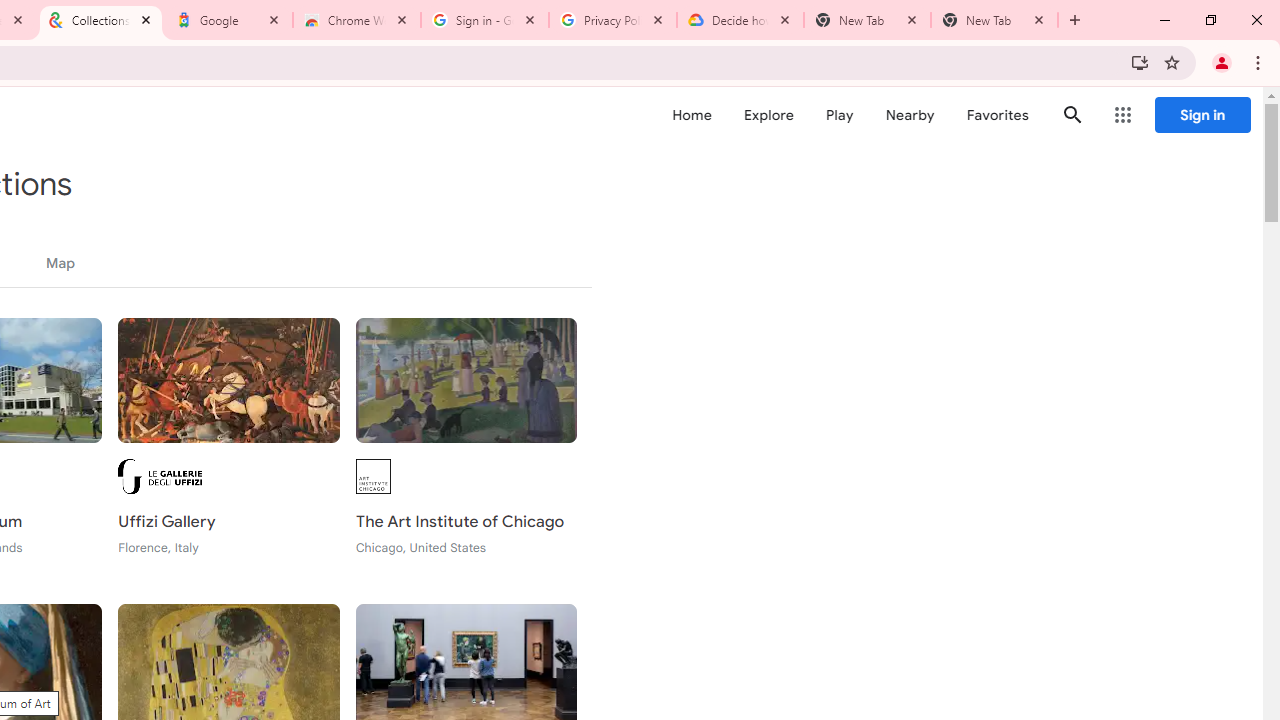 The width and height of the screenshot is (1280, 720). What do you see at coordinates (1139, 61) in the screenshot?
I see `'Install Google Arts & Culture'` at bounding box center [1139, 61].